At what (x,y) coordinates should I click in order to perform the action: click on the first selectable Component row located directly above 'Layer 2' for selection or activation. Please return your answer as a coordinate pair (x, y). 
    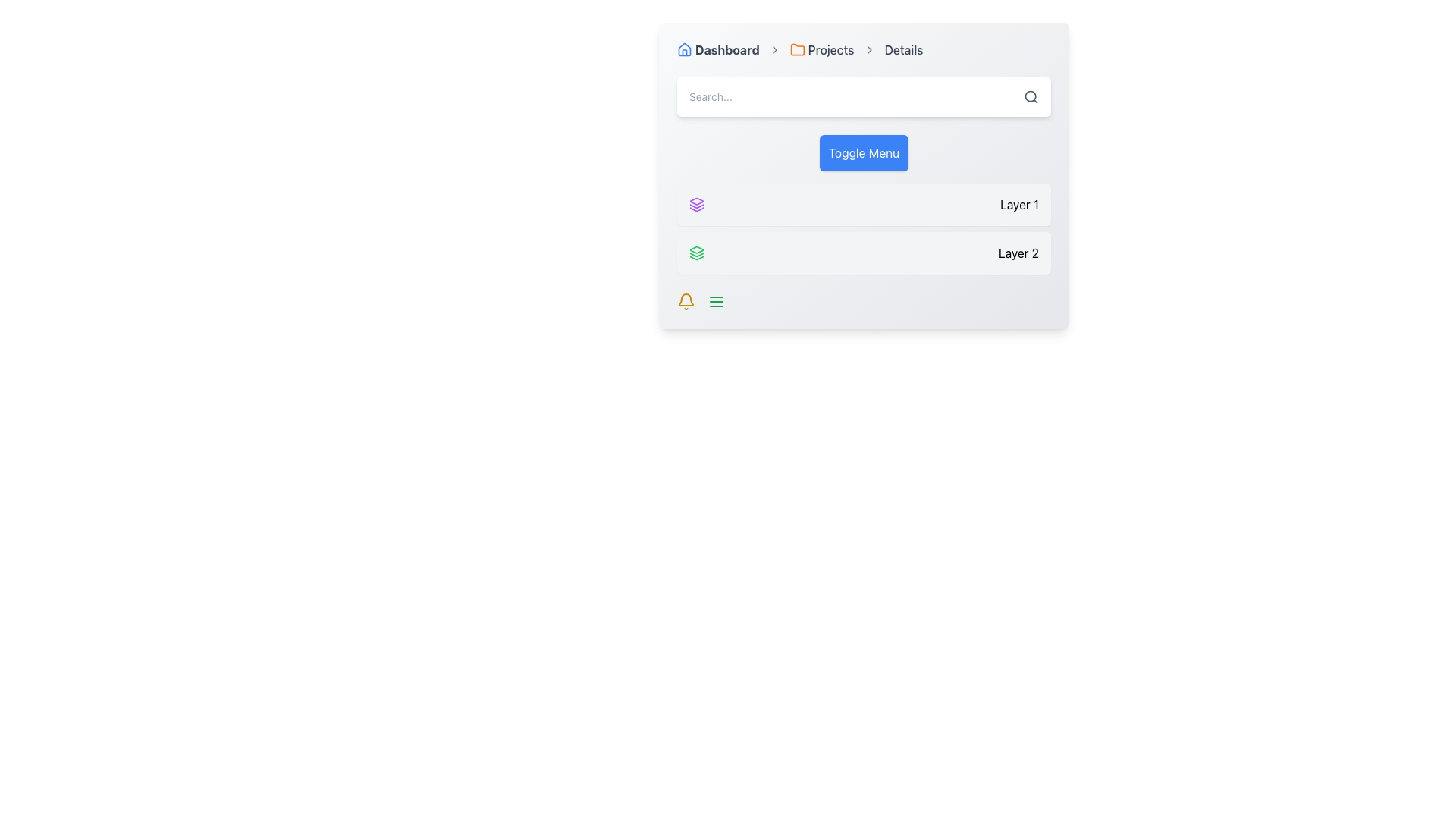
    Looking at the image, I should click on (864, 205).